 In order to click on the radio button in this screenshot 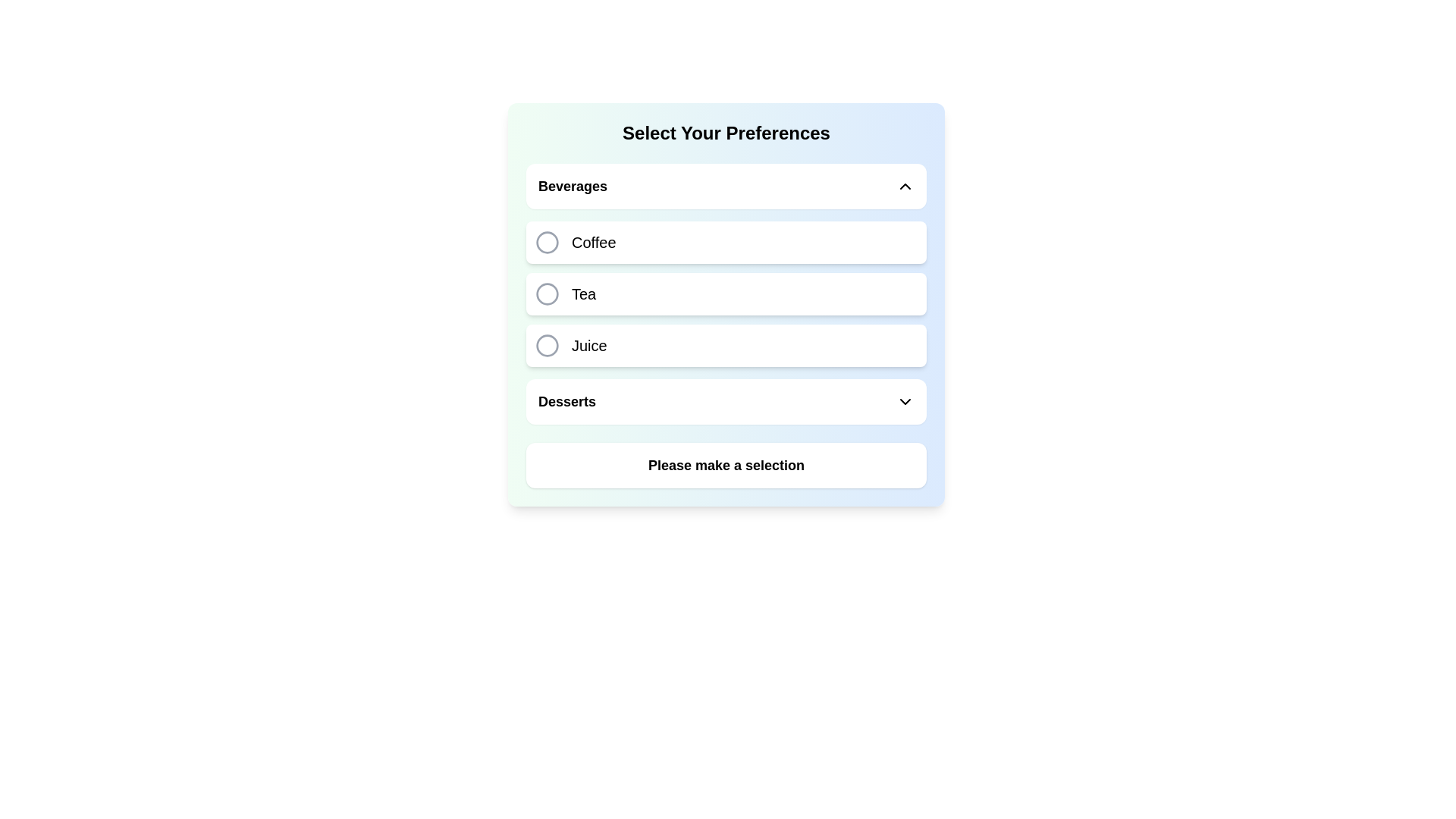, I will do `click(546, 294)`.